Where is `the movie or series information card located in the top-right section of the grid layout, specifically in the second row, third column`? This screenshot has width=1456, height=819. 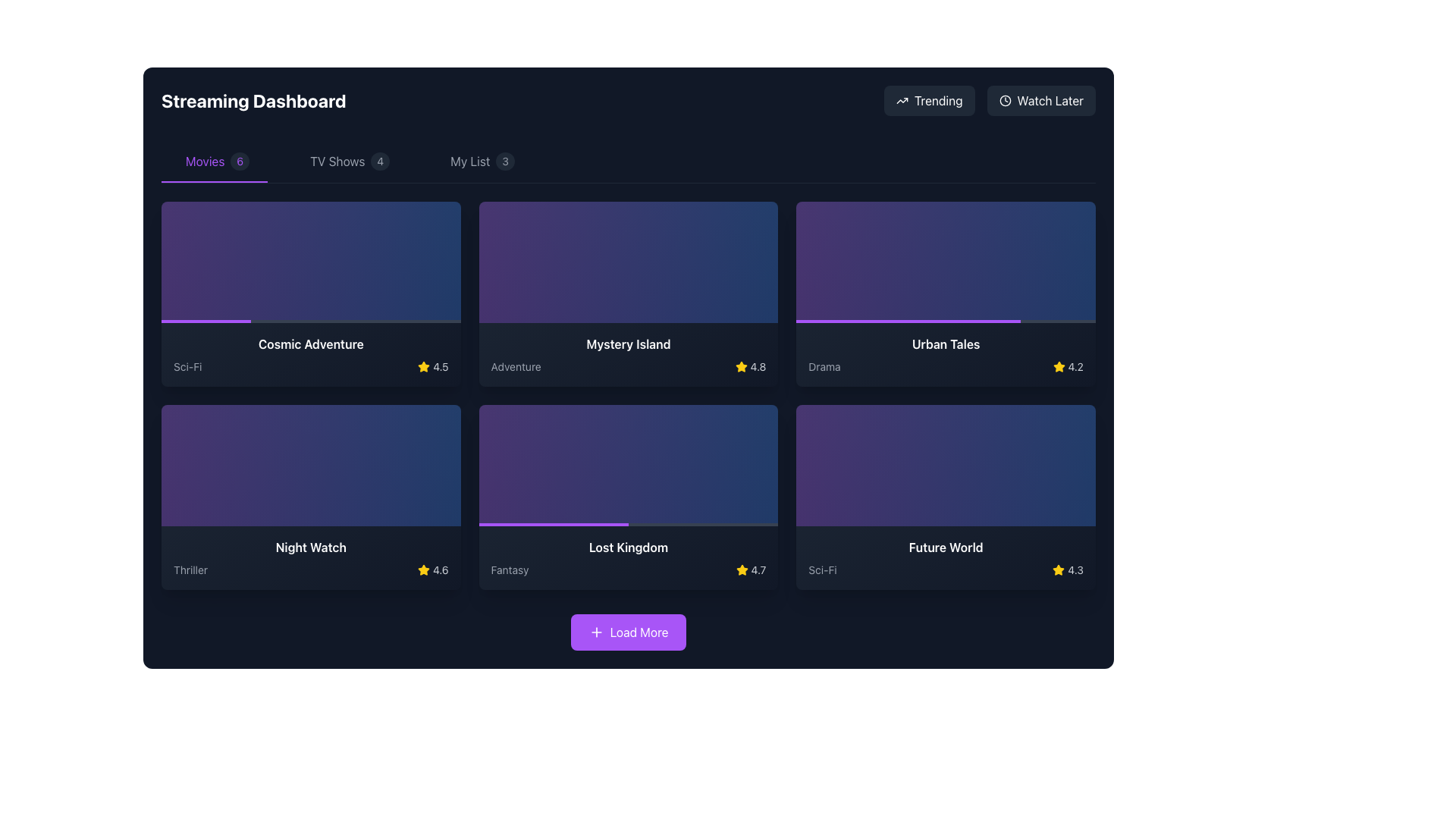
the movie or series information card located in the top-right section of the grid layout, specifically in the second row, third column is located at coordinates (945, 354).